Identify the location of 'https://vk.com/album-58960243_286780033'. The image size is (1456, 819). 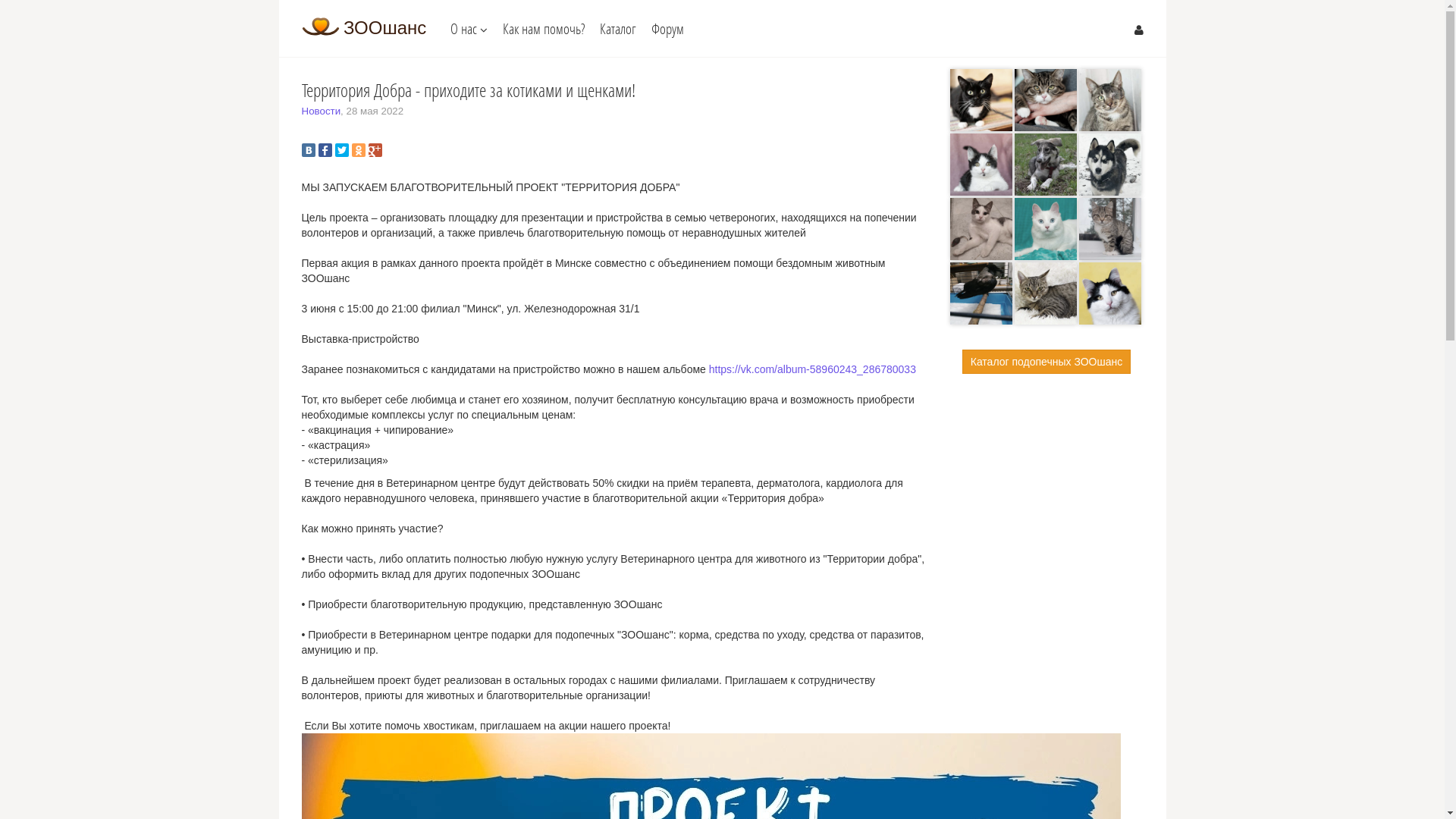
(811, 369).